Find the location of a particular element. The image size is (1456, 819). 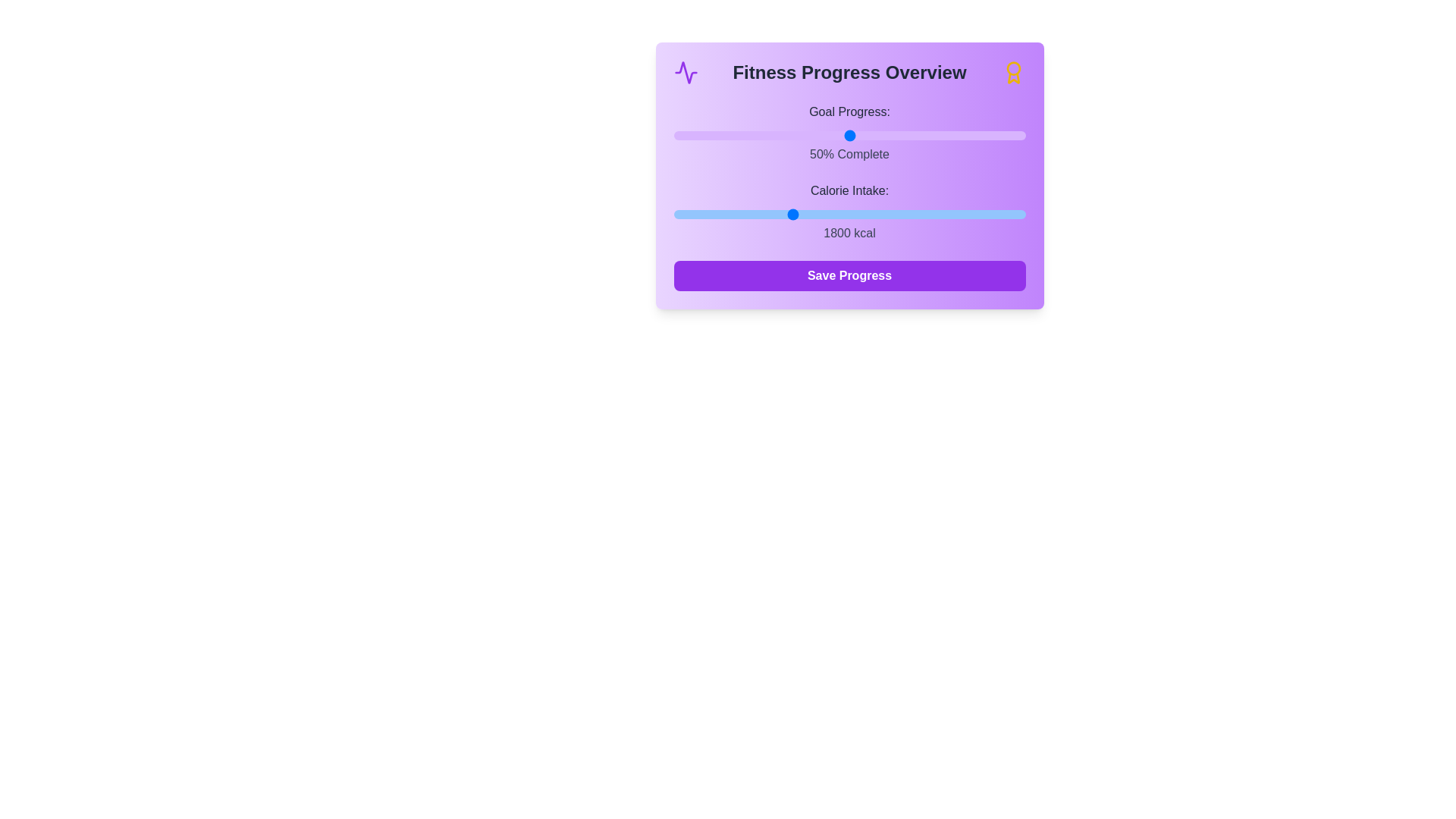

the 'Goal Progress' progress bar labeled '50% Complete', which is the second visible section under 'Fitness Progress Overview' is located at coordinates (849, 133).